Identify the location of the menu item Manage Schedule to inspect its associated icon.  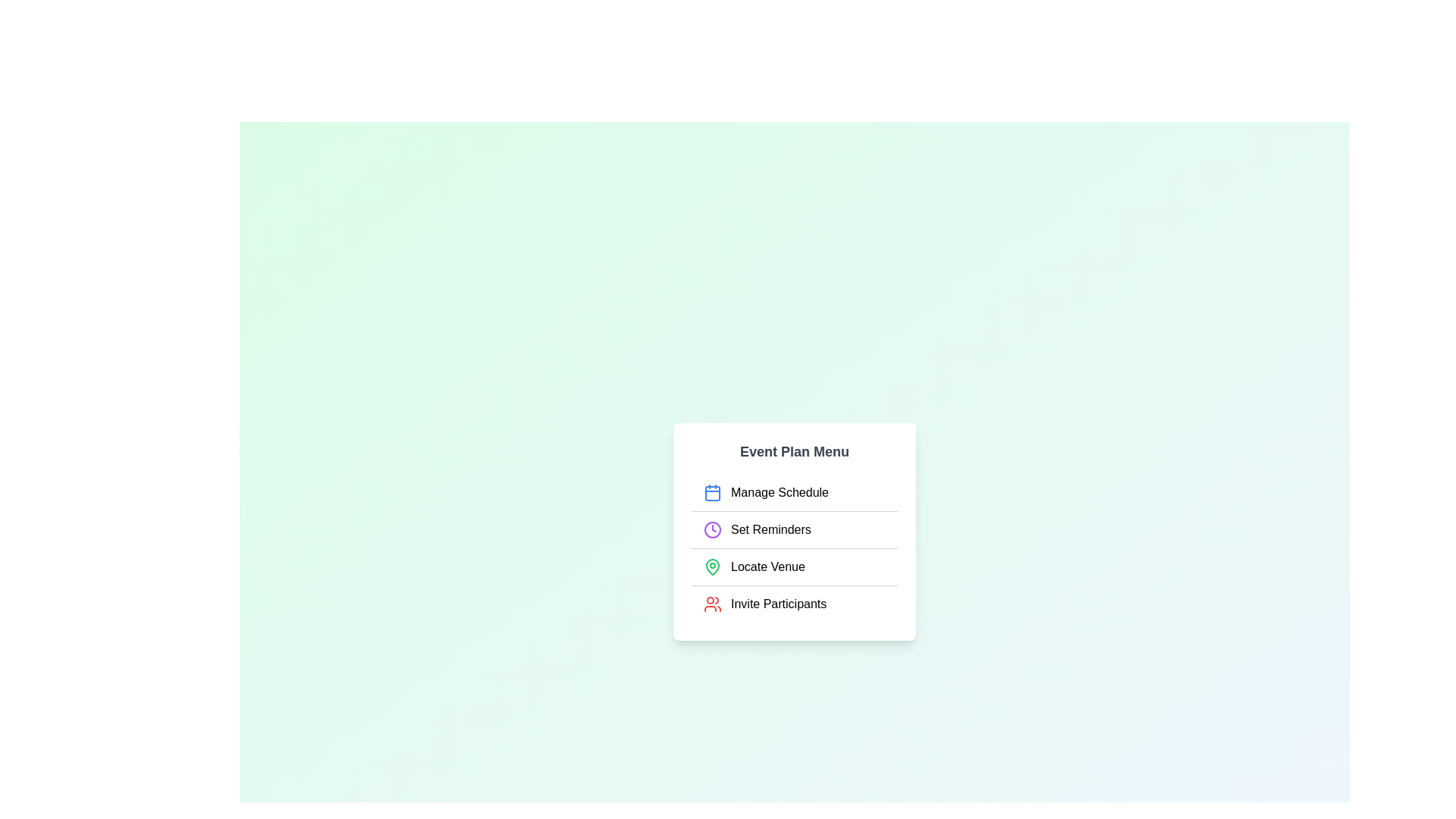
(712, 492).